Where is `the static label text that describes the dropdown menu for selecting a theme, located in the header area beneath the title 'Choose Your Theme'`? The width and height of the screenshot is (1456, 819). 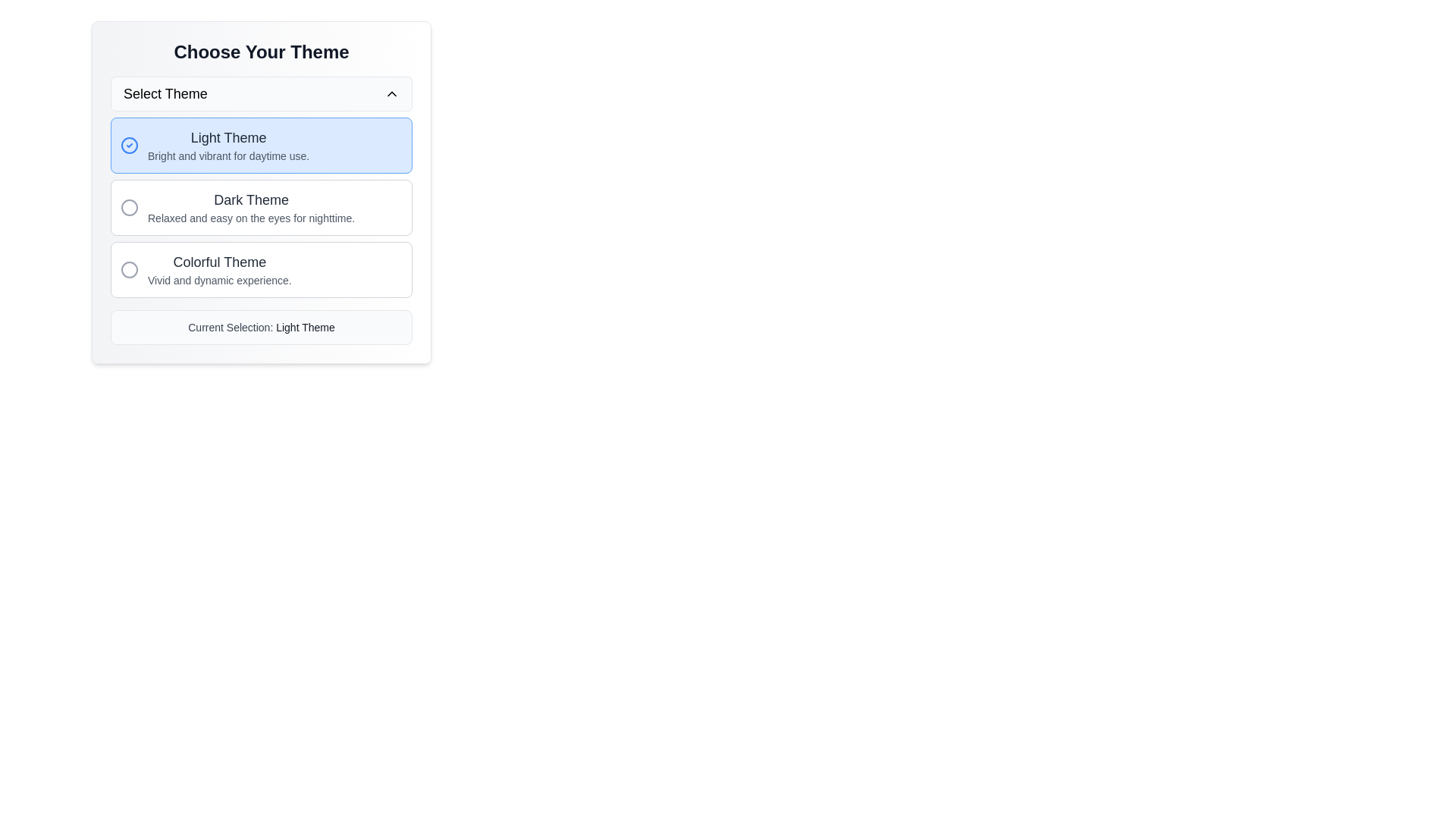 the static label text that describes the dropdown menu for selecting a theme, located in the header area beneath the title 'Choose Your Theme' is located at coordinates (165, 93).